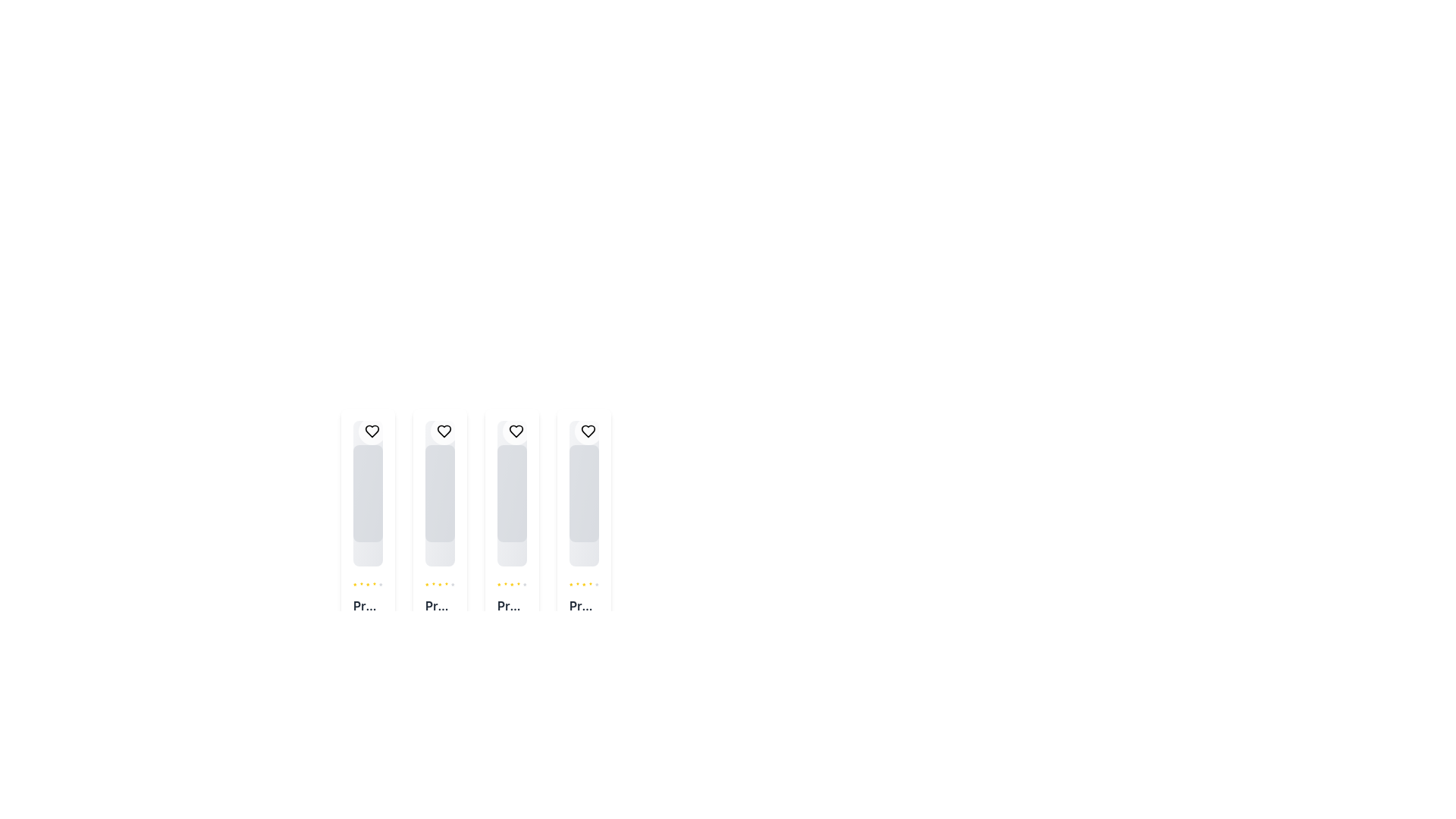 Image resolution: width=1456 pixels, height=819 pixels. What do you see at coordinates (426, 584) in the screenshot?
I see `the first yellow star-shaped rating icon located under the product preview area` at bounding box center [426, 584].